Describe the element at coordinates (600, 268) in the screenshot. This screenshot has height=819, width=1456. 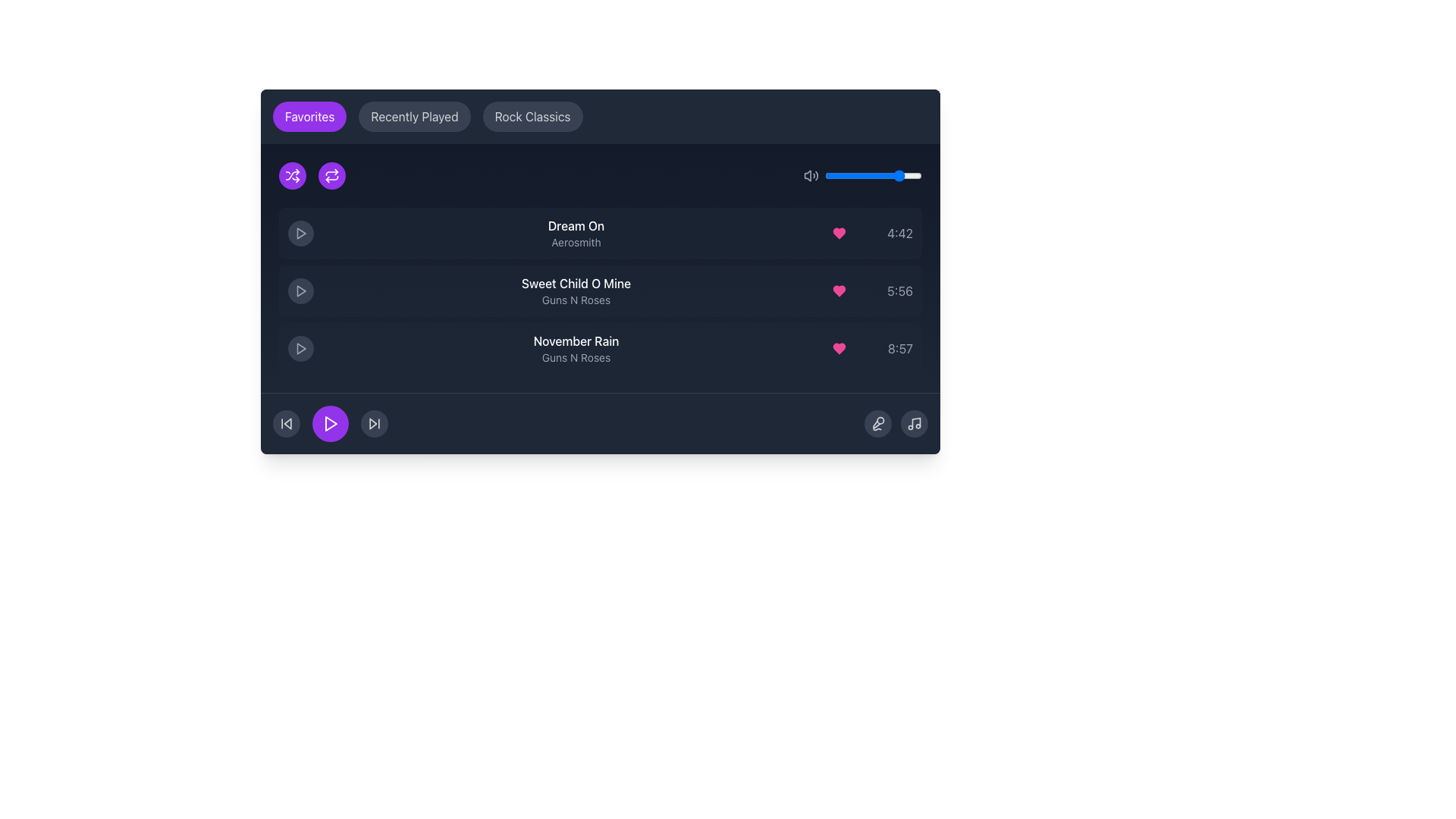
I see `to select a song from the interactive song list located in the middle section of the music player interface` at that location.